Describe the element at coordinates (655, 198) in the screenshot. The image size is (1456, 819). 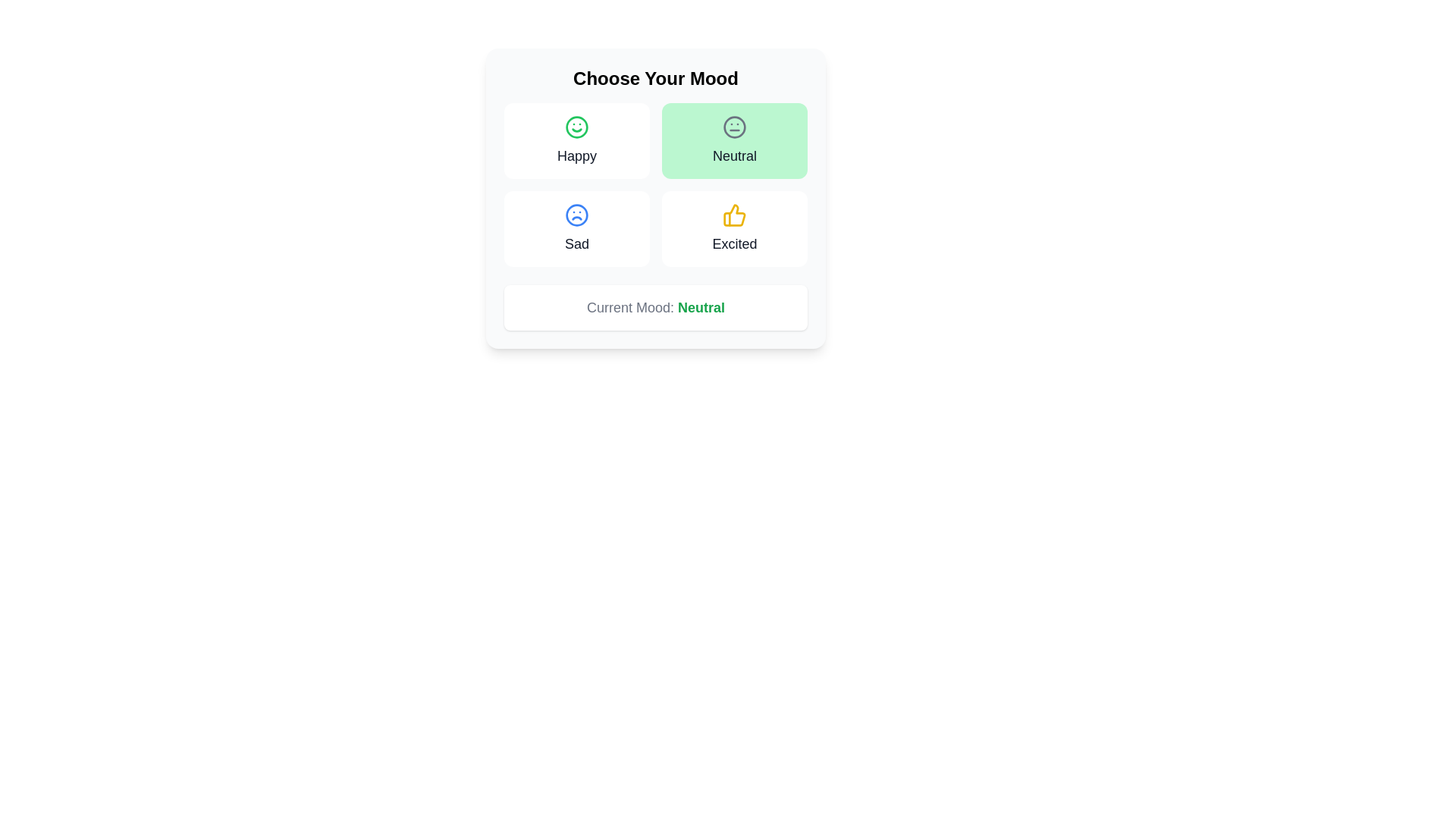
I see `the mood option within the 'Choose Your Mood' card element` at that location.